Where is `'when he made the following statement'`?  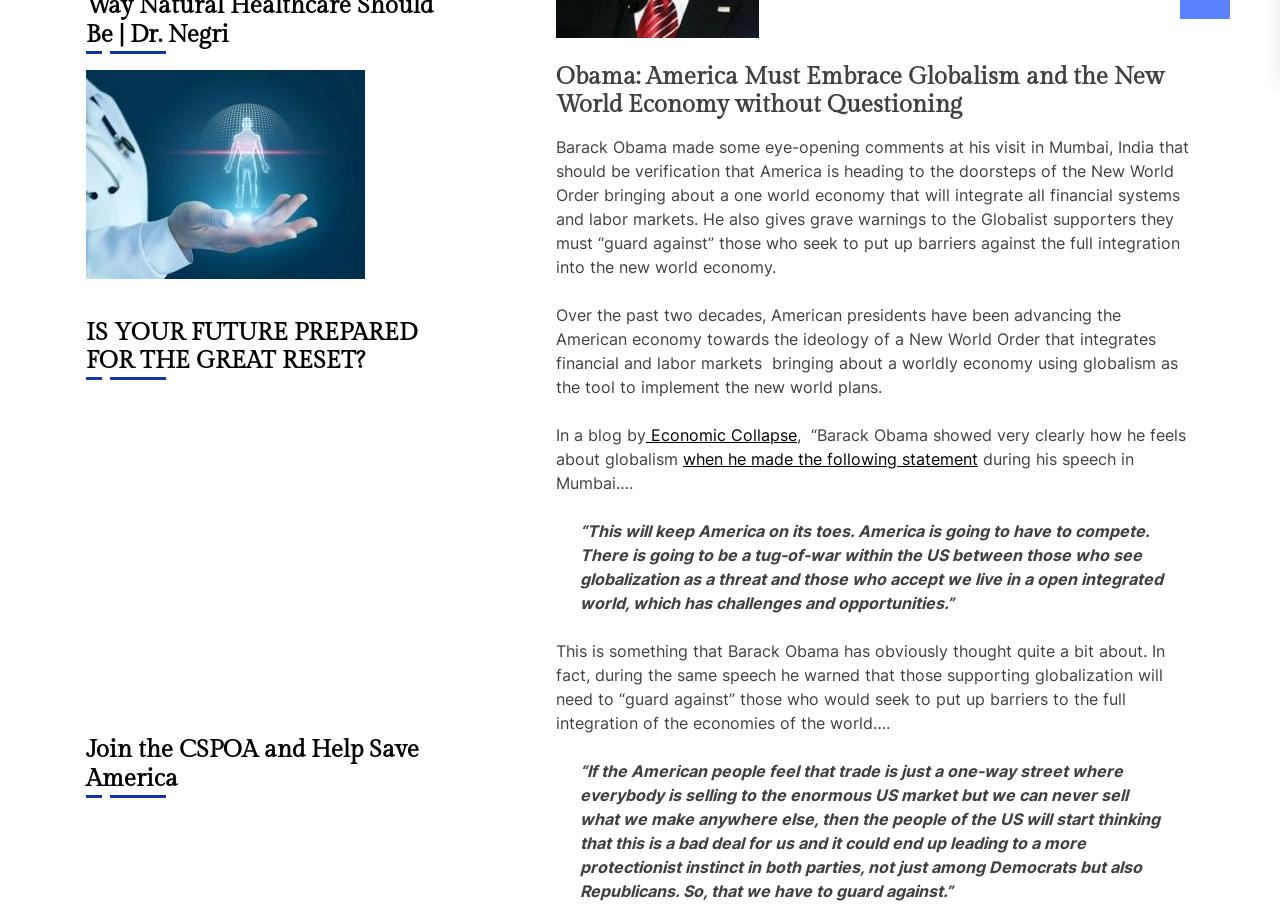 'when he made the following statement' is located at coordinates (830, 459).